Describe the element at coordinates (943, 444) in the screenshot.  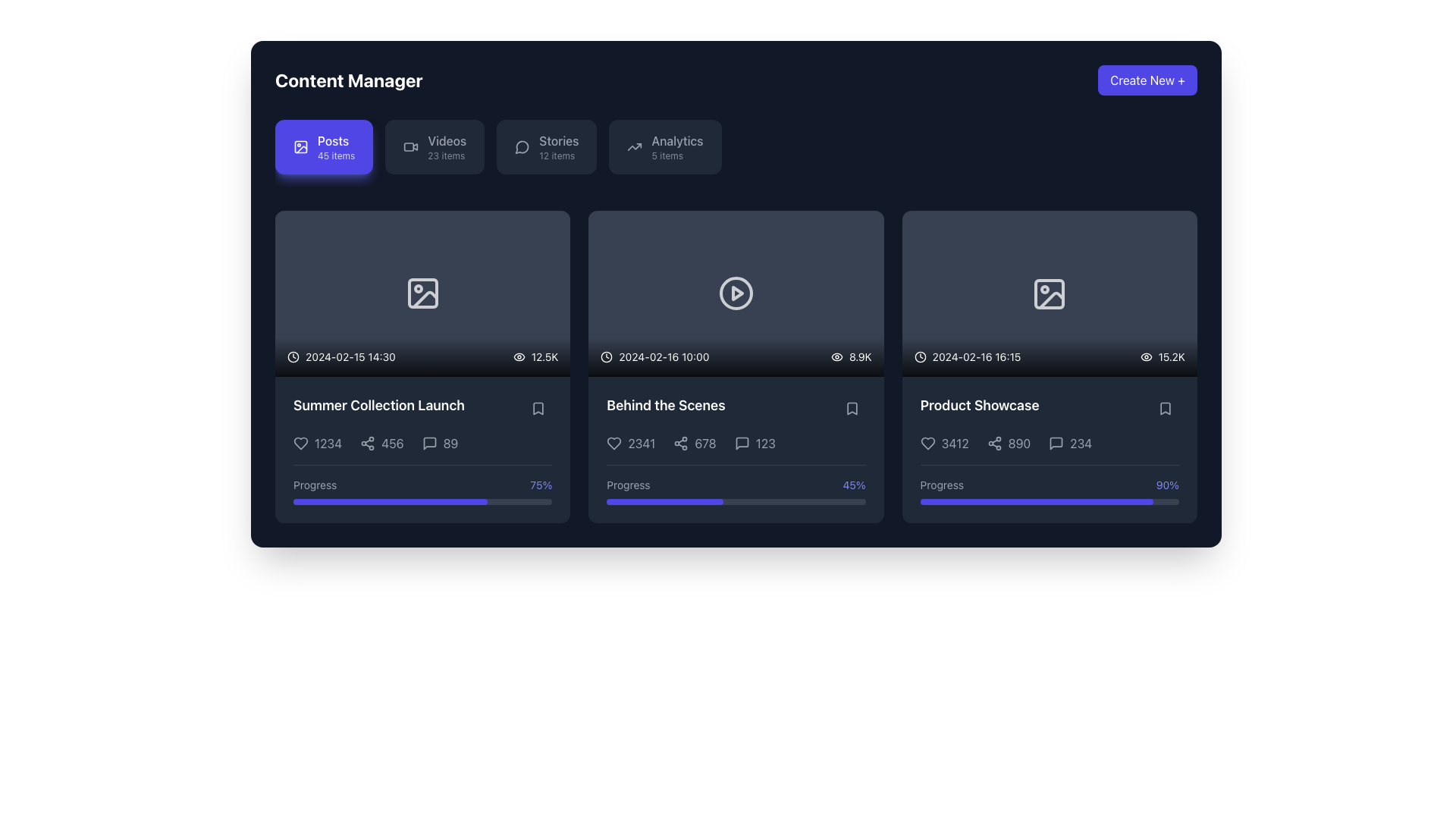
I see `the numeric text '3412' styled in light gray color, which is accompanied by a heart icon on the third card in the Product Showcase section` at that location.